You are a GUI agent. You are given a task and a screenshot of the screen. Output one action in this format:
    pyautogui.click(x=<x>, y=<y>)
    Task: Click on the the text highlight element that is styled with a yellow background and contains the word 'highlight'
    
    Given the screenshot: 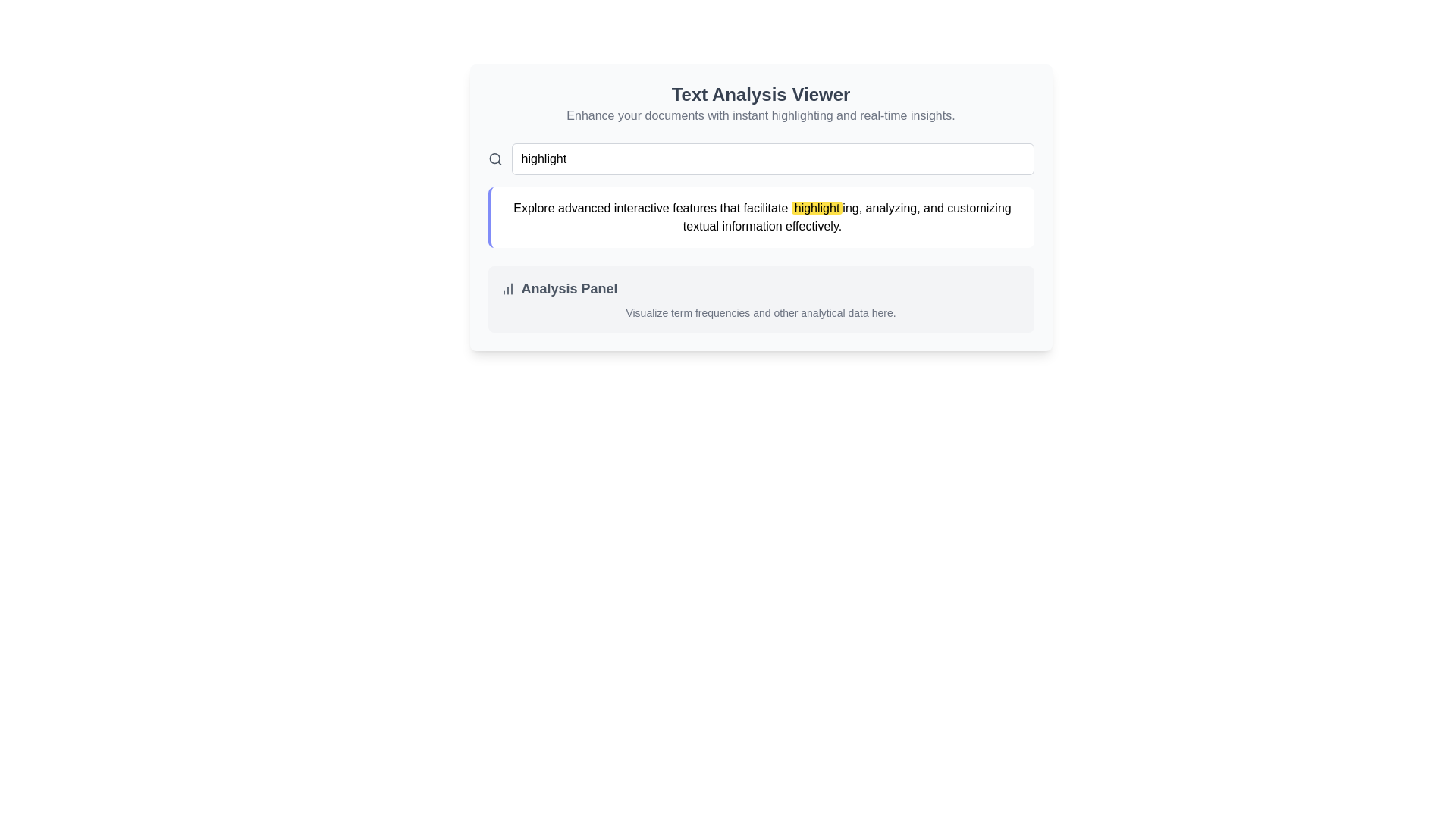 What is the action you would take?
    pyautogui.click(x=816, y=208)
    